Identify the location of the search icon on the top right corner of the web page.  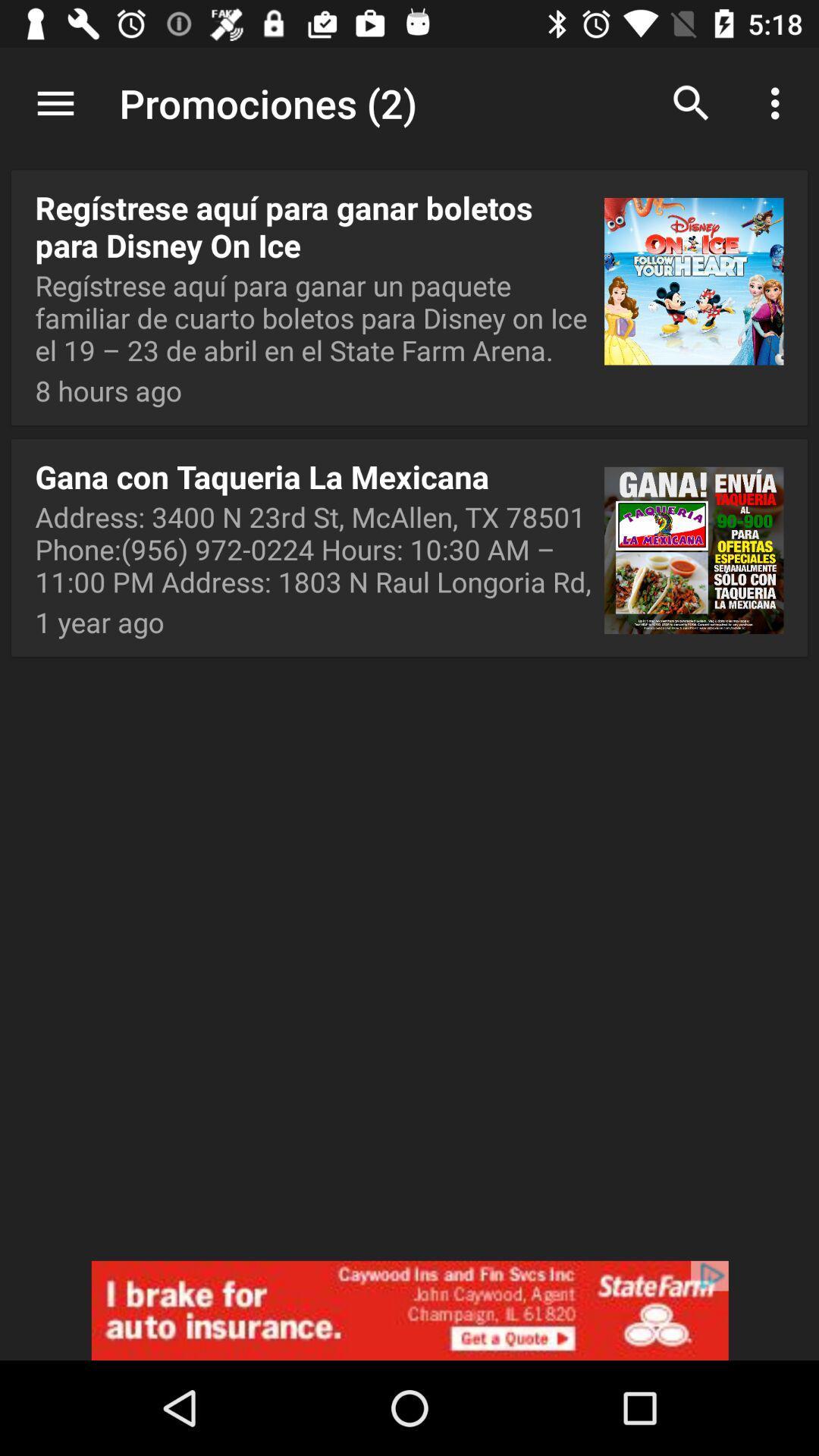
(691, 103).